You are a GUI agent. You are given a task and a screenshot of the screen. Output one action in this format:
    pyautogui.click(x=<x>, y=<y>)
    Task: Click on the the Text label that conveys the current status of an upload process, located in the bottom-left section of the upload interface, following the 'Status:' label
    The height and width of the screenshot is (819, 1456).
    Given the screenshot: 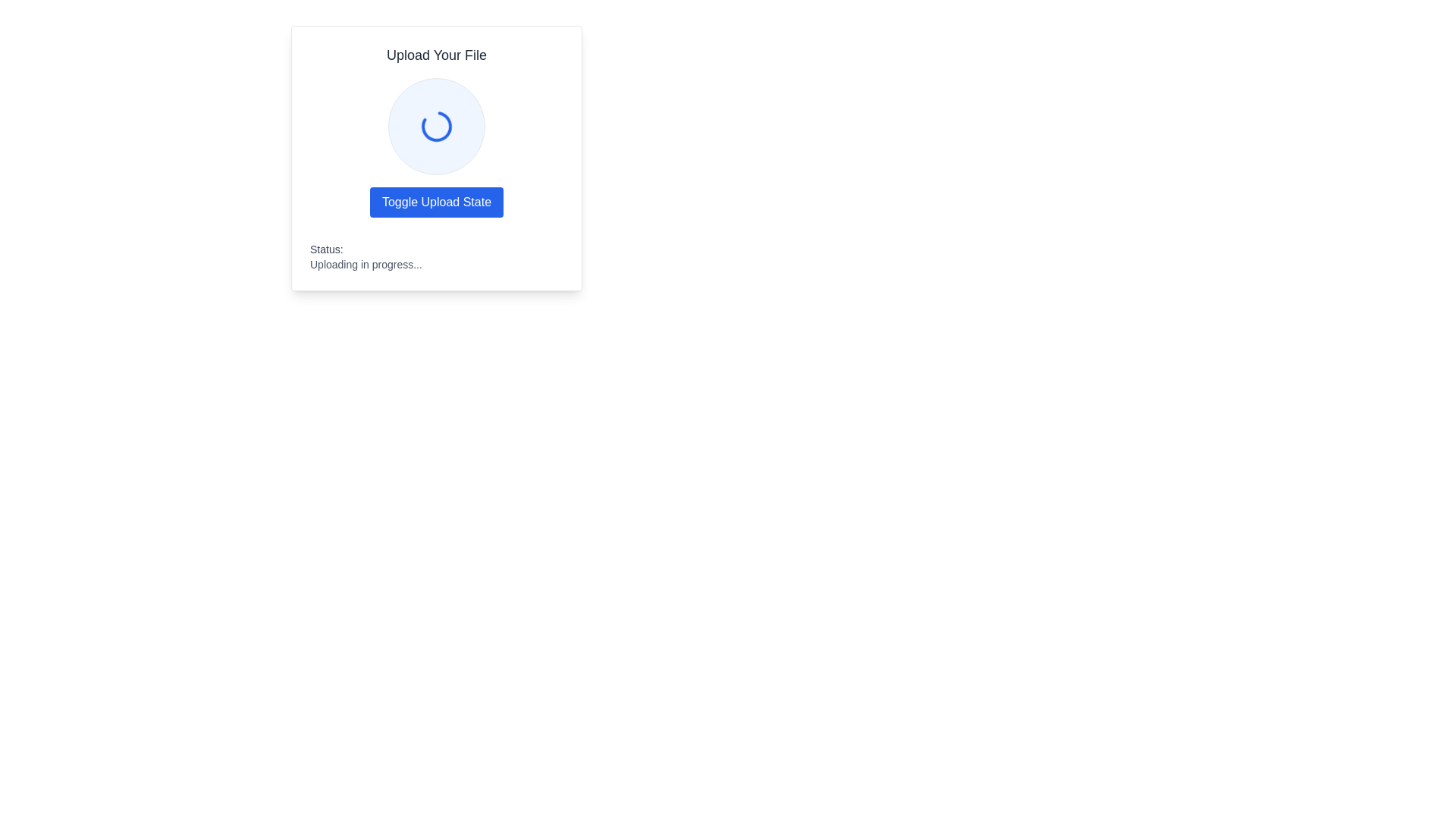 What is the action you would take?
    pyautogui.click(x=366, y=263)
    